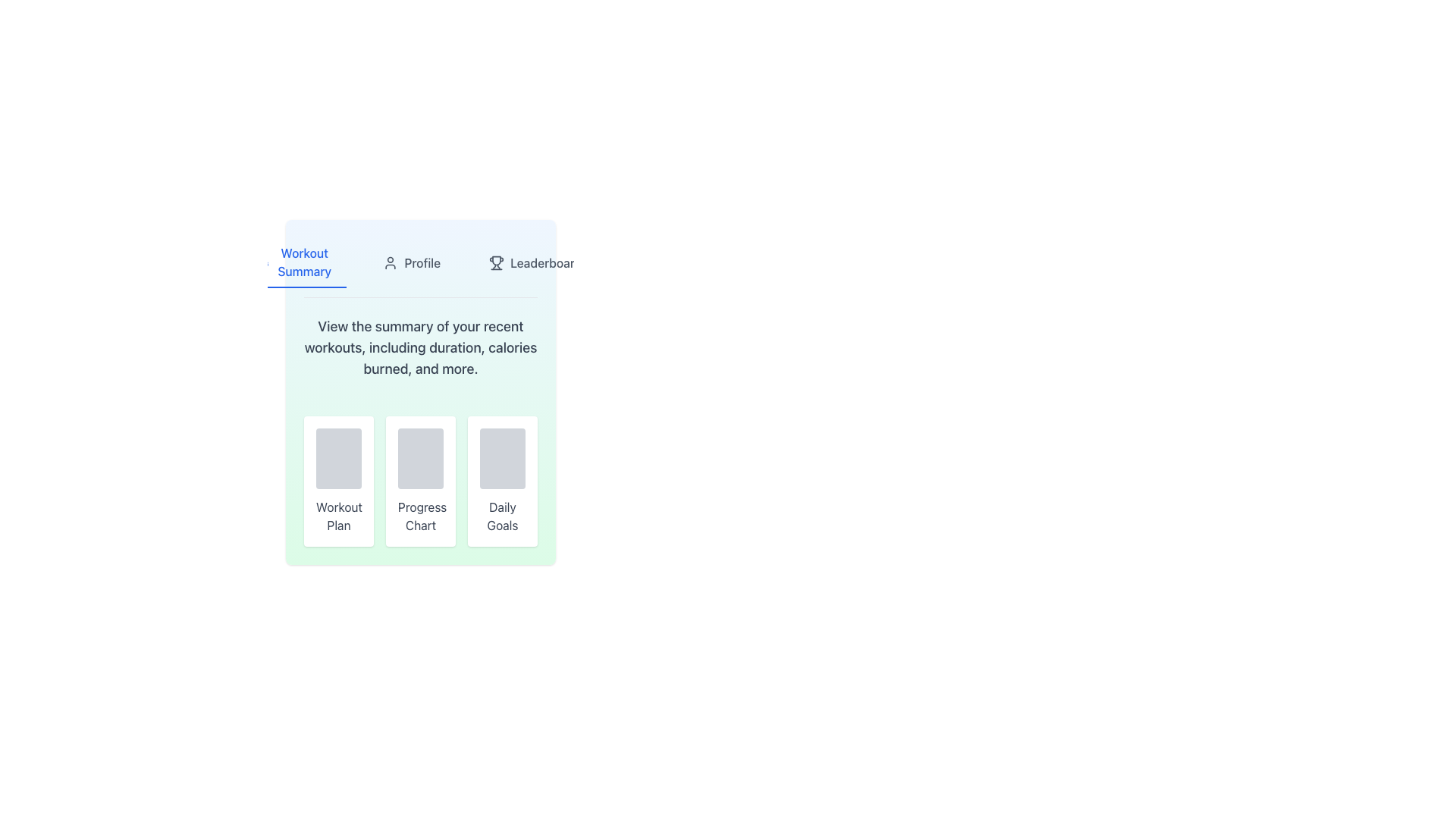 The image size is (1456, 819). What do you see at coordinates (297, 262) in the screenshot?
I see `the 'Workout Summary' tab in the top navigation bar` at bounding box center [297, 262].